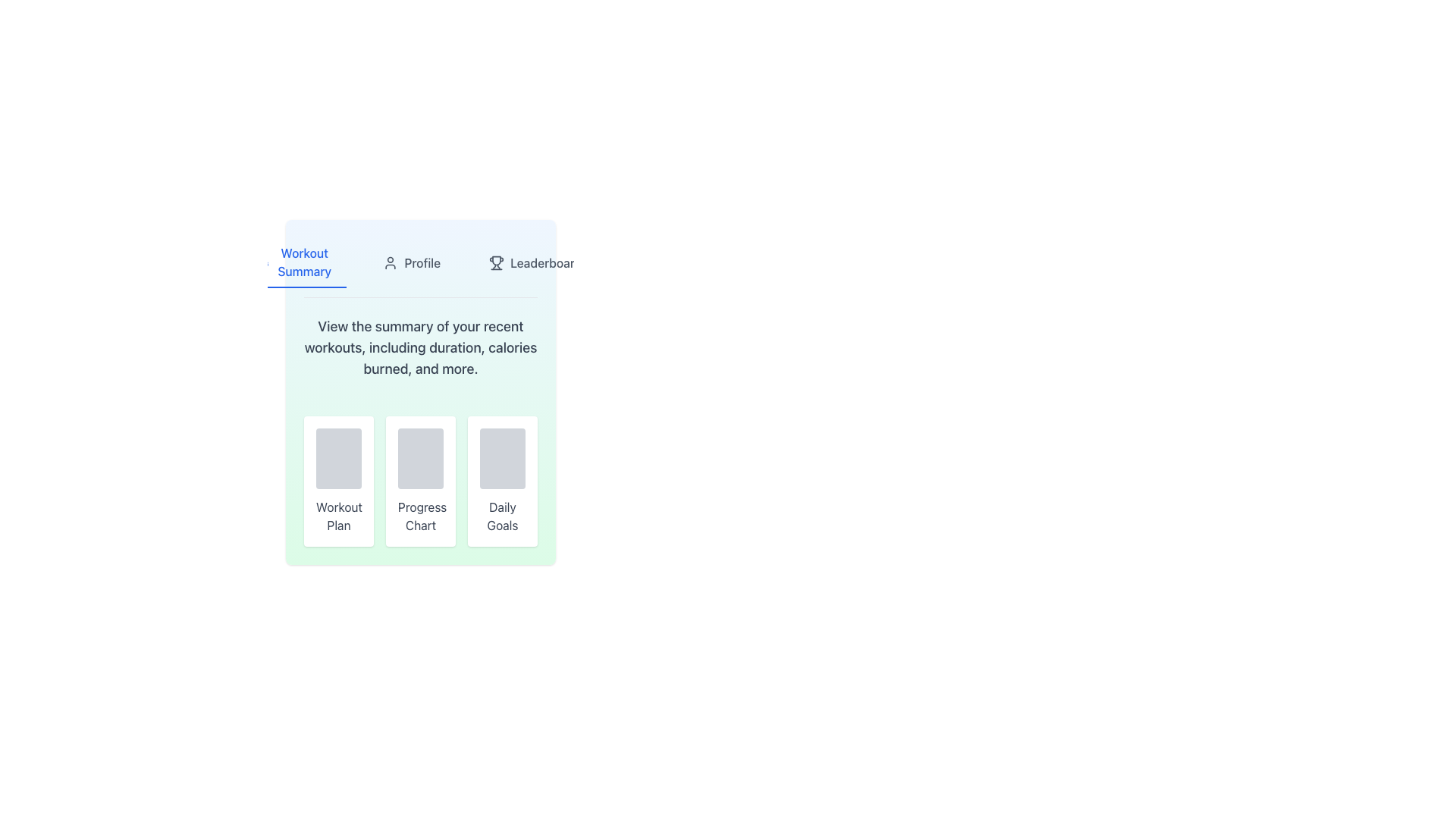 The image size is (1456, 819). What do you see at coordinates (297, 262) in the screenshot?
I see `the 'Workout Summary' tab in the top navigation bar` at bounding box center [297, 262].